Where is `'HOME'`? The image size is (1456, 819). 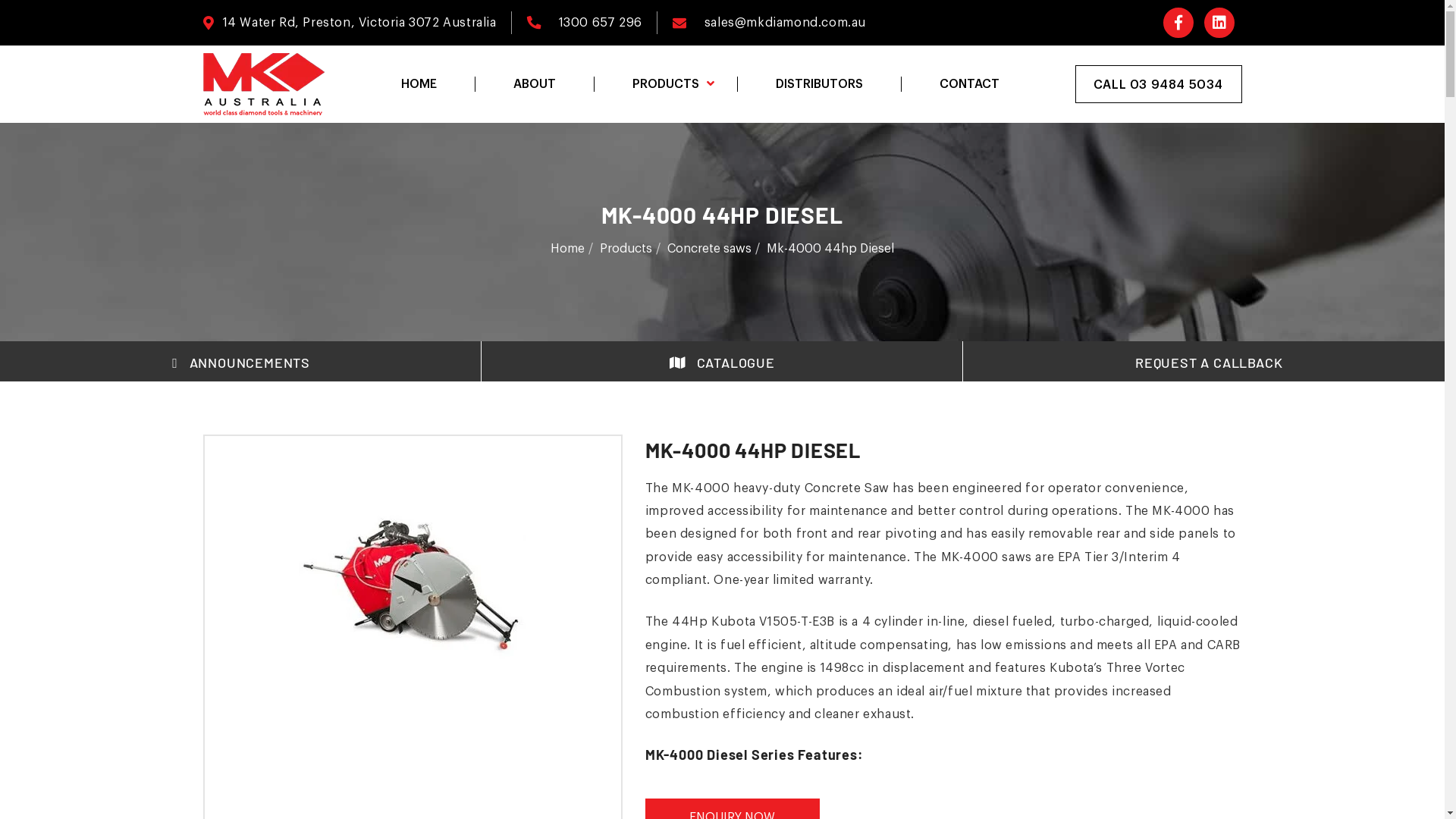
'HOME' is located at coordinates (418, 84).